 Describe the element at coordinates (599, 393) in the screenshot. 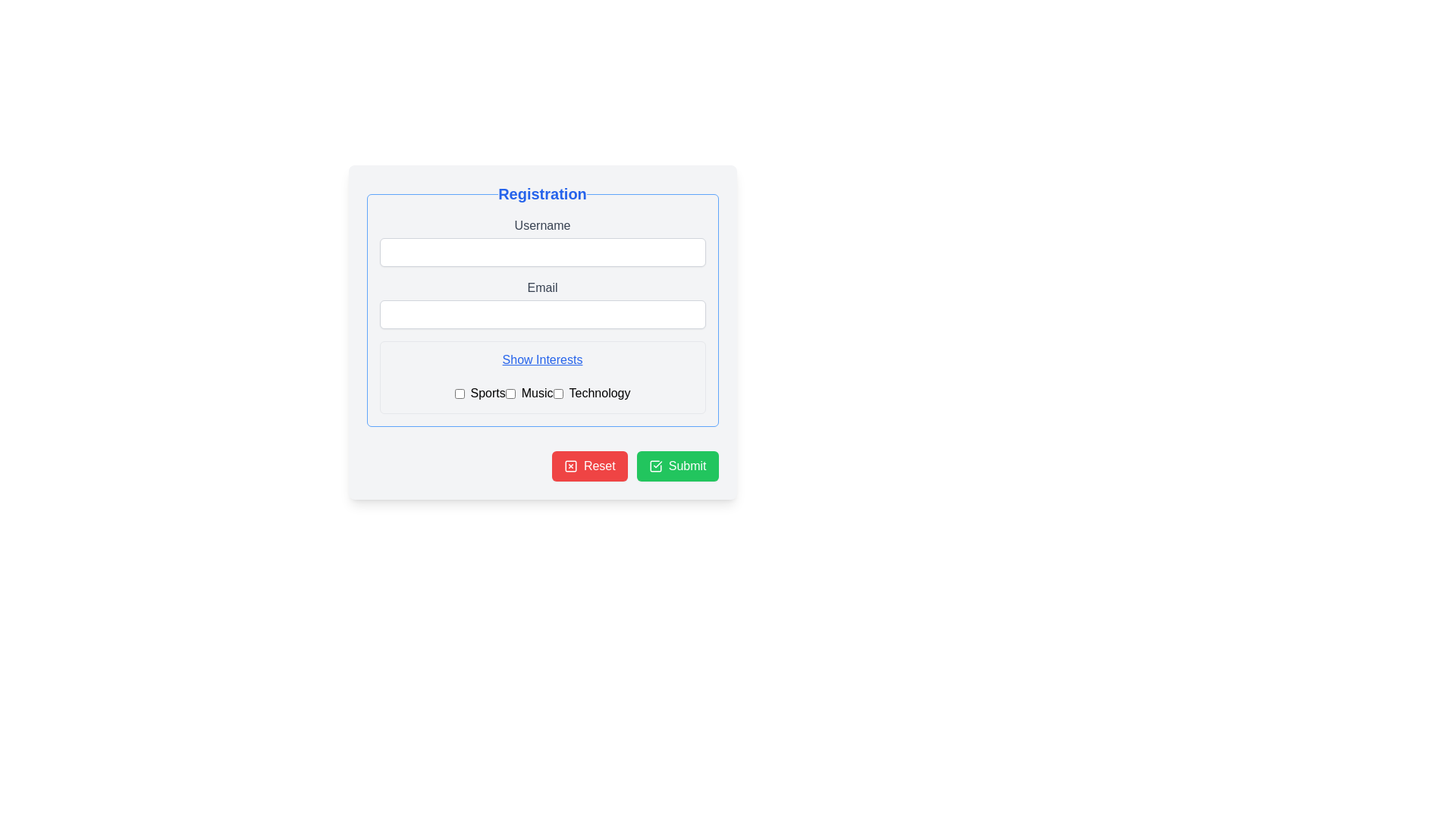

I see `the label that describes the functionality of the adjacent 'Technology' checkbox` at that location.